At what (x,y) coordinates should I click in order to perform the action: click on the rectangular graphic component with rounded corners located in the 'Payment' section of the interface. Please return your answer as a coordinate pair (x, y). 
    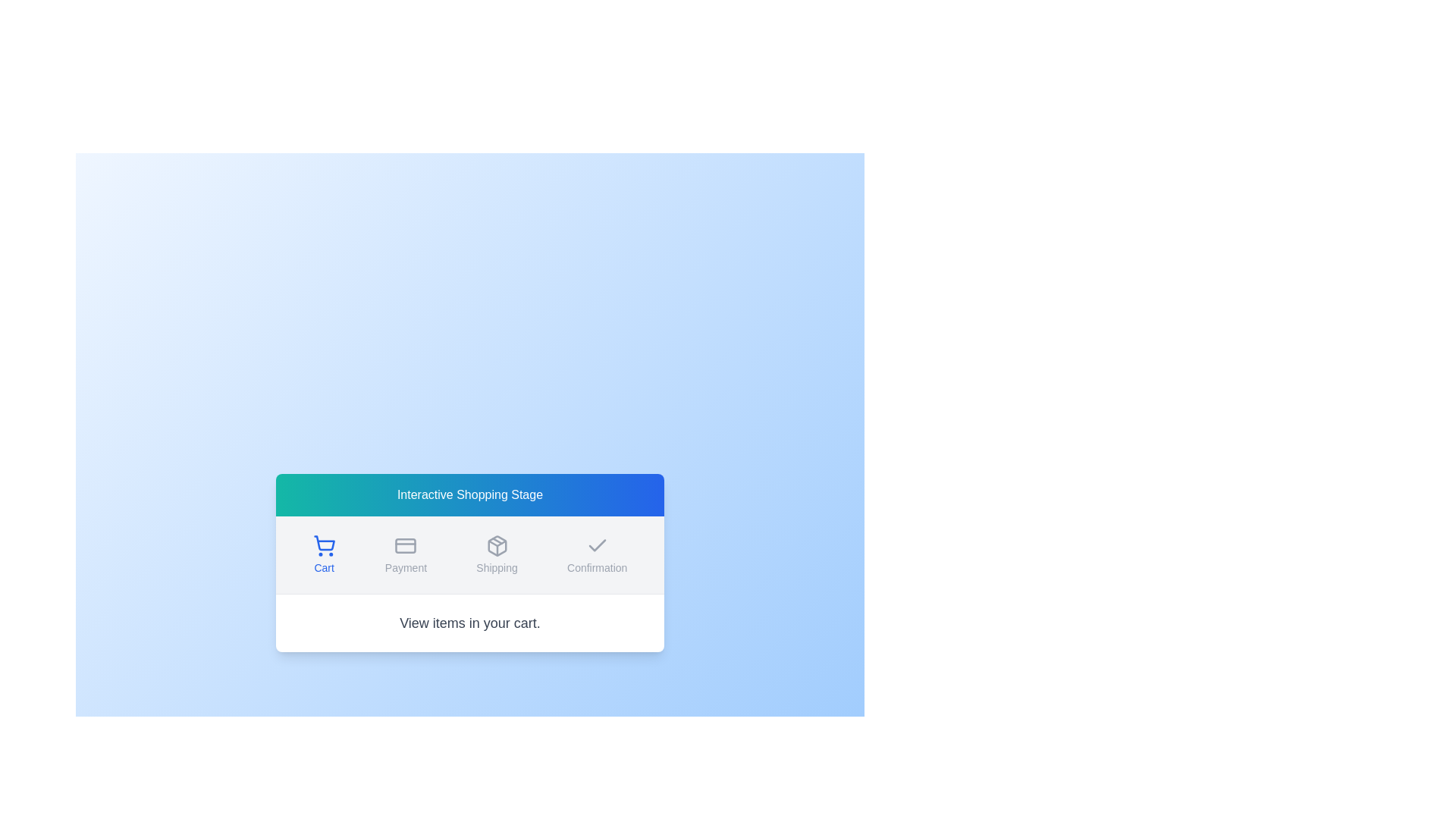
    Looking at the image, I should click on (406, 544).